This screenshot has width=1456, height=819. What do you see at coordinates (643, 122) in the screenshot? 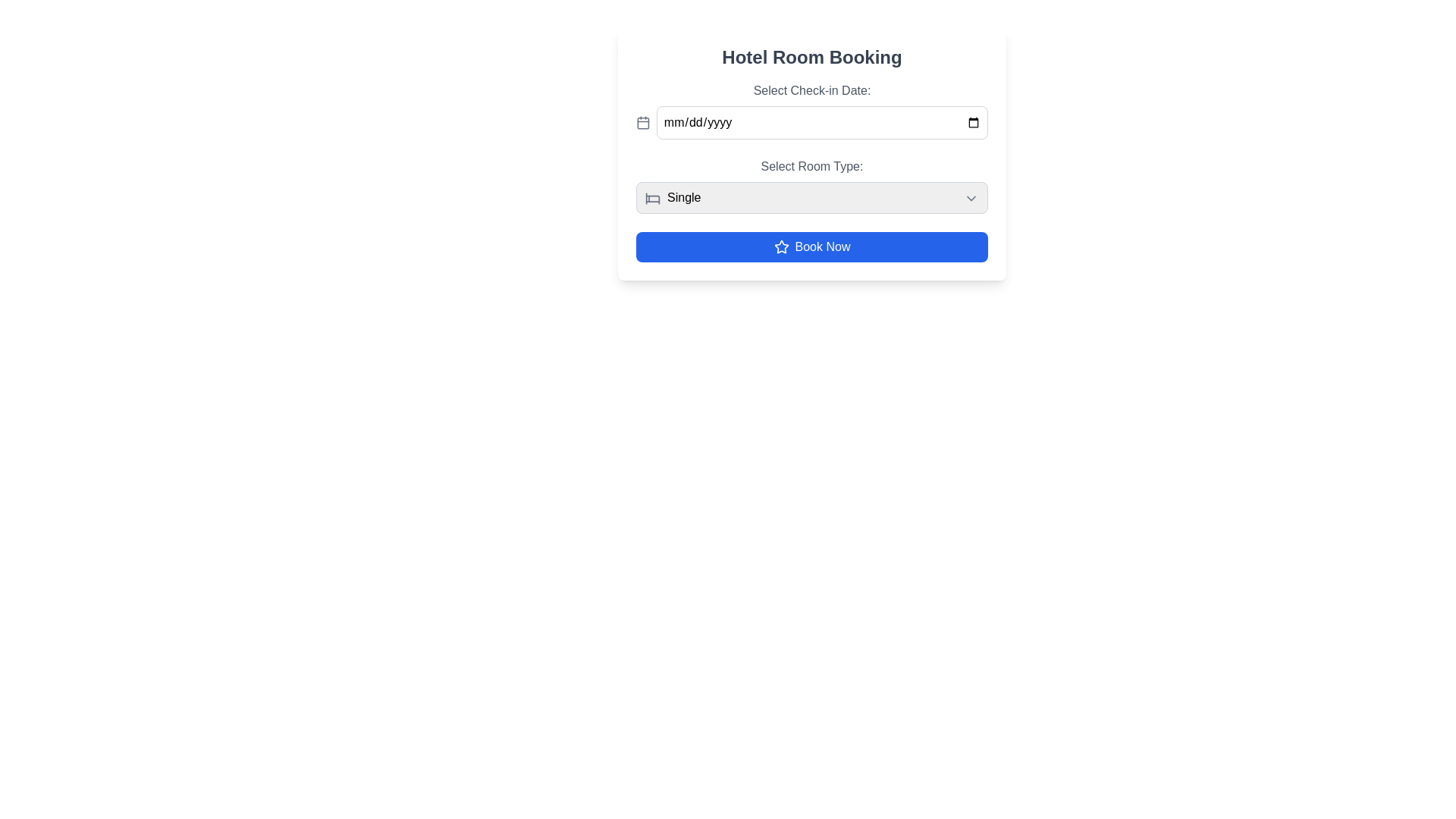
I see `the central rounded rectangle feature of the calendar icon located at the top left of the 'Select Check-in Date' field` at bounding box center [643, 122].